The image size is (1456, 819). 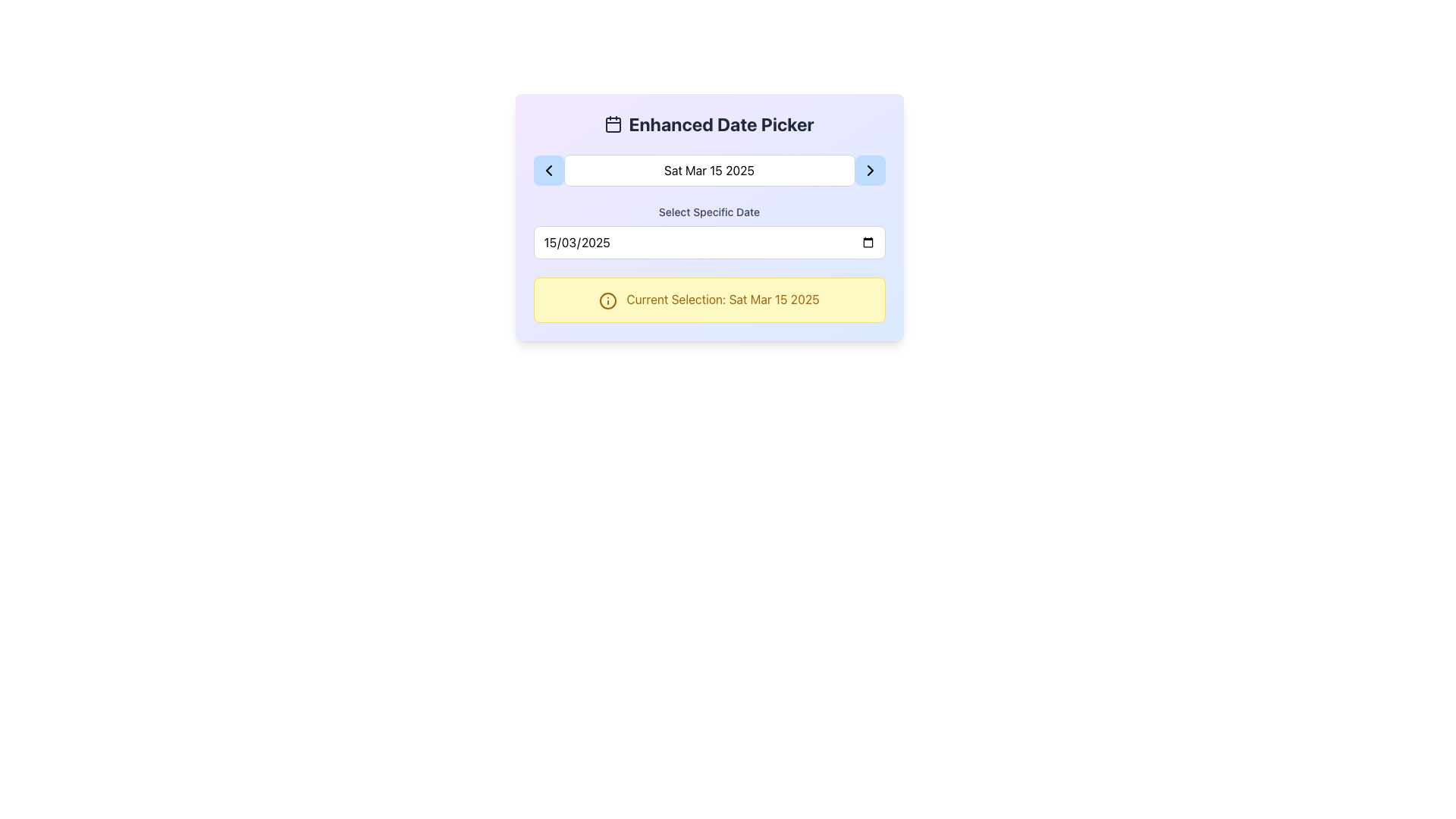 What do you see at coordinates (870, 170) in the screenshot?
I see `the light blue rounded rectangular button with a right arrow icon located at the far right of the upper section of the date picker interface` at bounding box center [870, 170].